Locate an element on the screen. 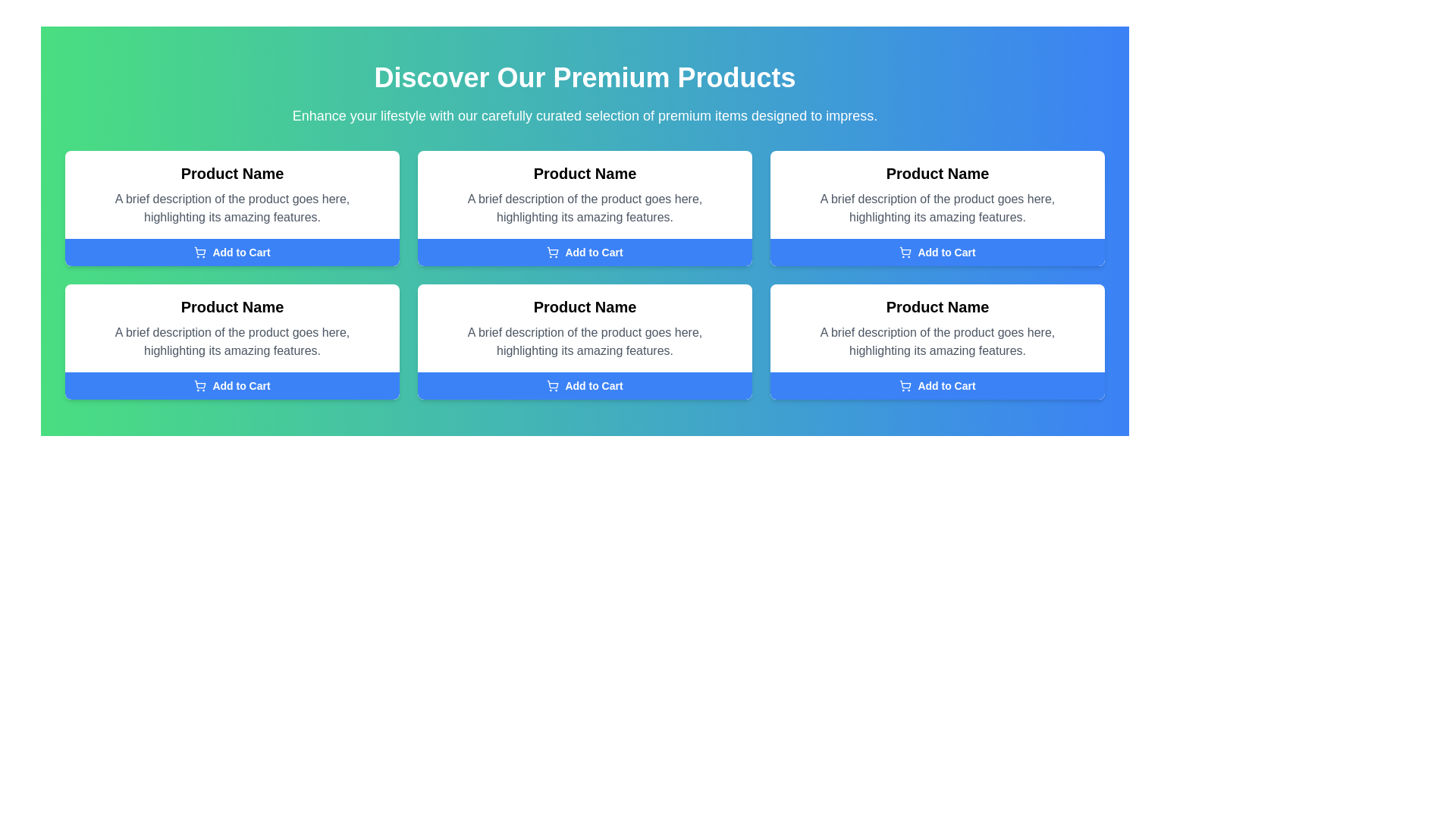 This screenshot has width=1456, height=819. the Text block that contains the bold title 'Product Name' and a description of product features, located in the second row, middle column of the grid is located at coordinates (584, 327).